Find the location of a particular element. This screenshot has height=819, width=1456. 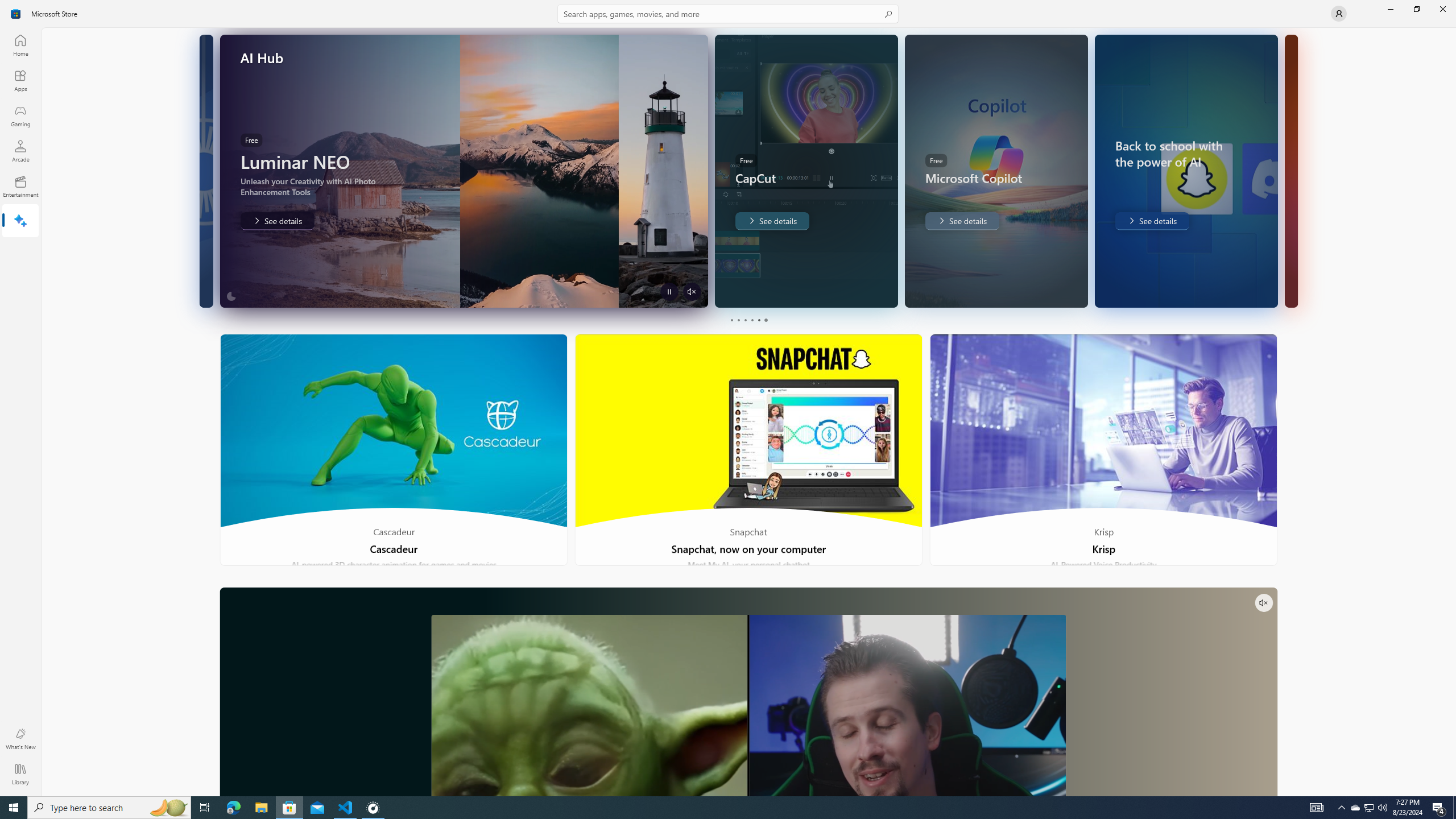

'Page 1' is located at coordinates (731, 320).